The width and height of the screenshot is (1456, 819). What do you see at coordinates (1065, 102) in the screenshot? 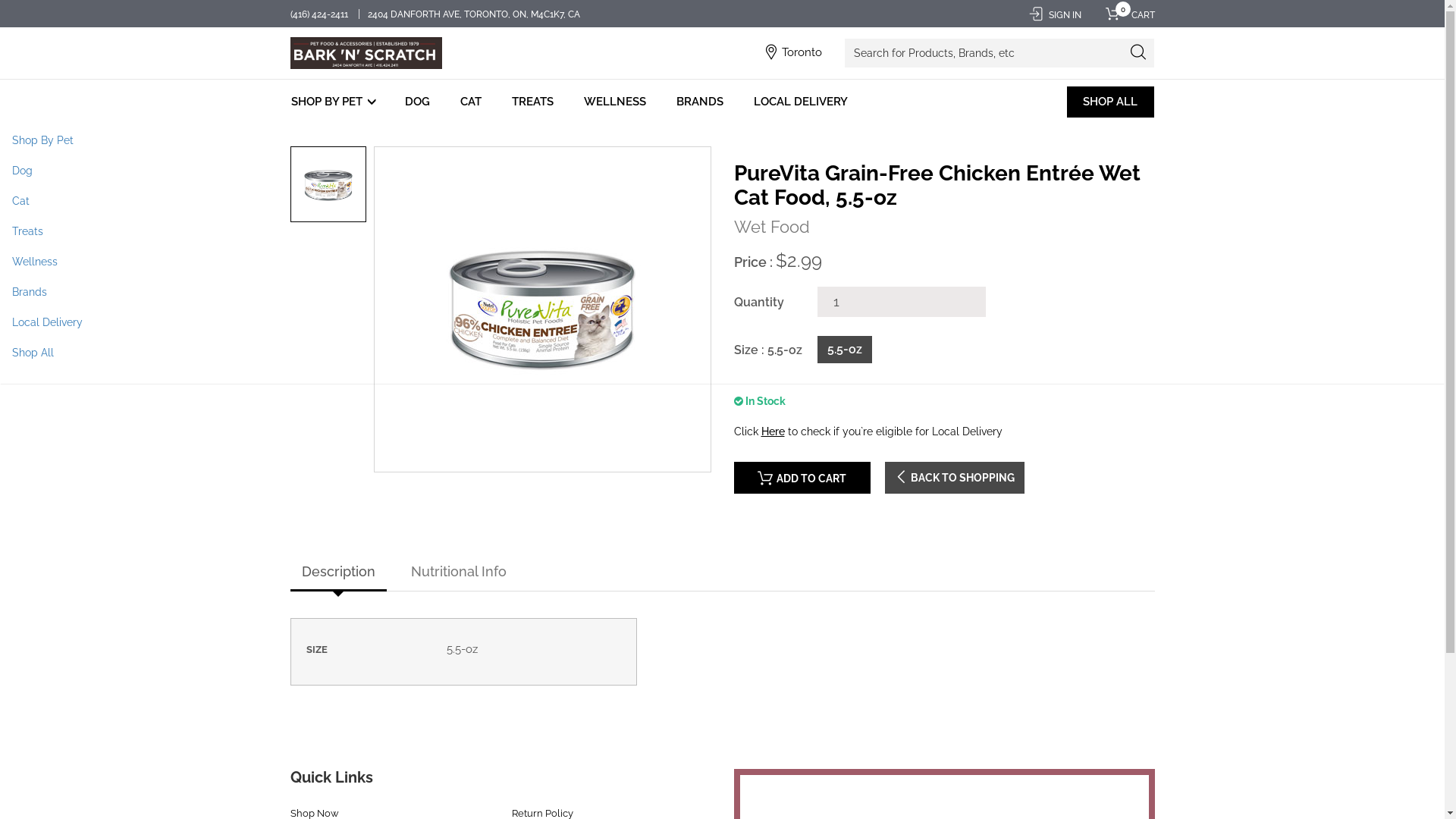
I see `'SHOP ALL'` at bounding box center [1065, 102].